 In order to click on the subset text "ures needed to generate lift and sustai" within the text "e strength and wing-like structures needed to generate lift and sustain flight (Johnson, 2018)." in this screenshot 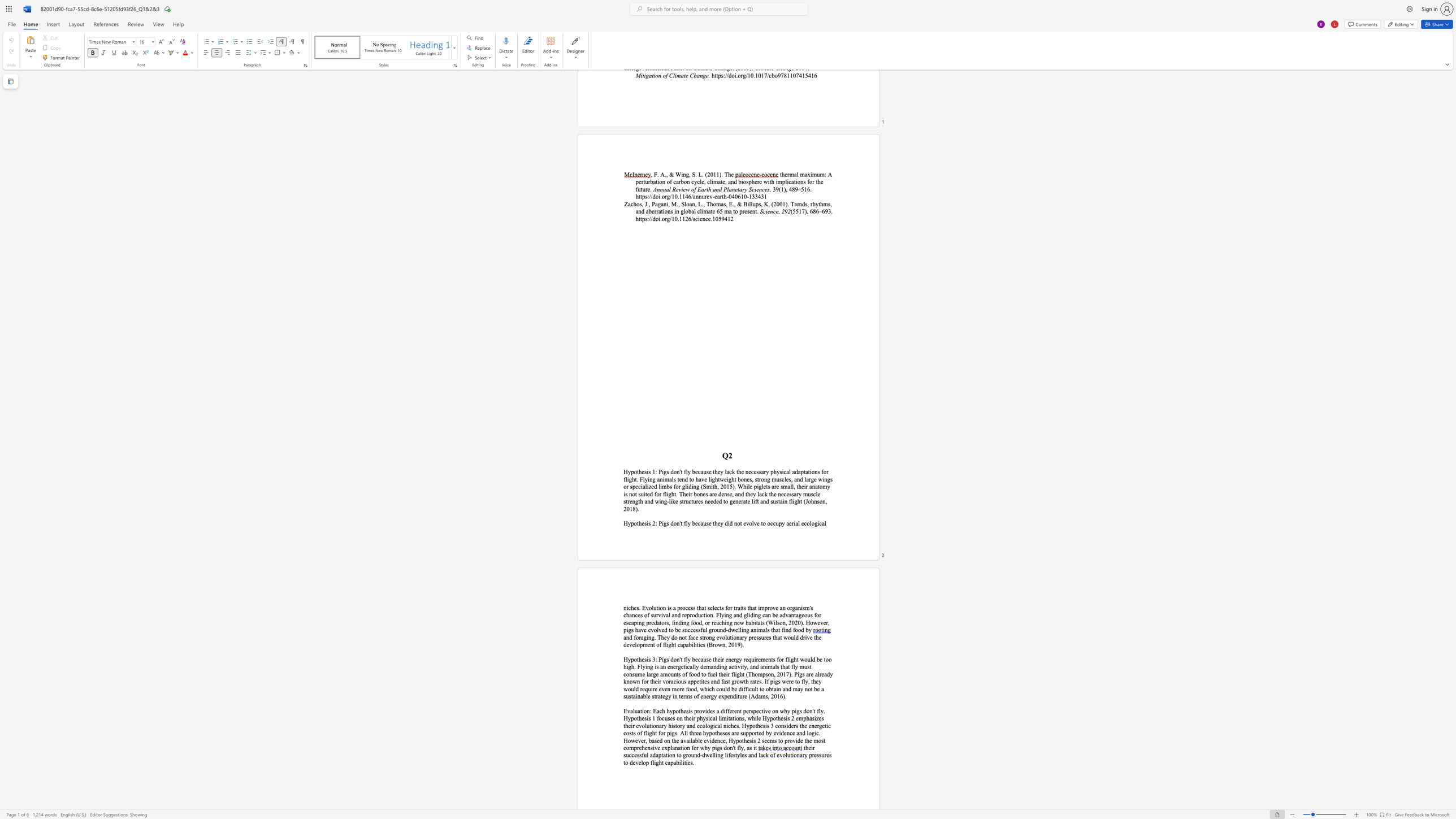, I will do `click(693, 501)`.